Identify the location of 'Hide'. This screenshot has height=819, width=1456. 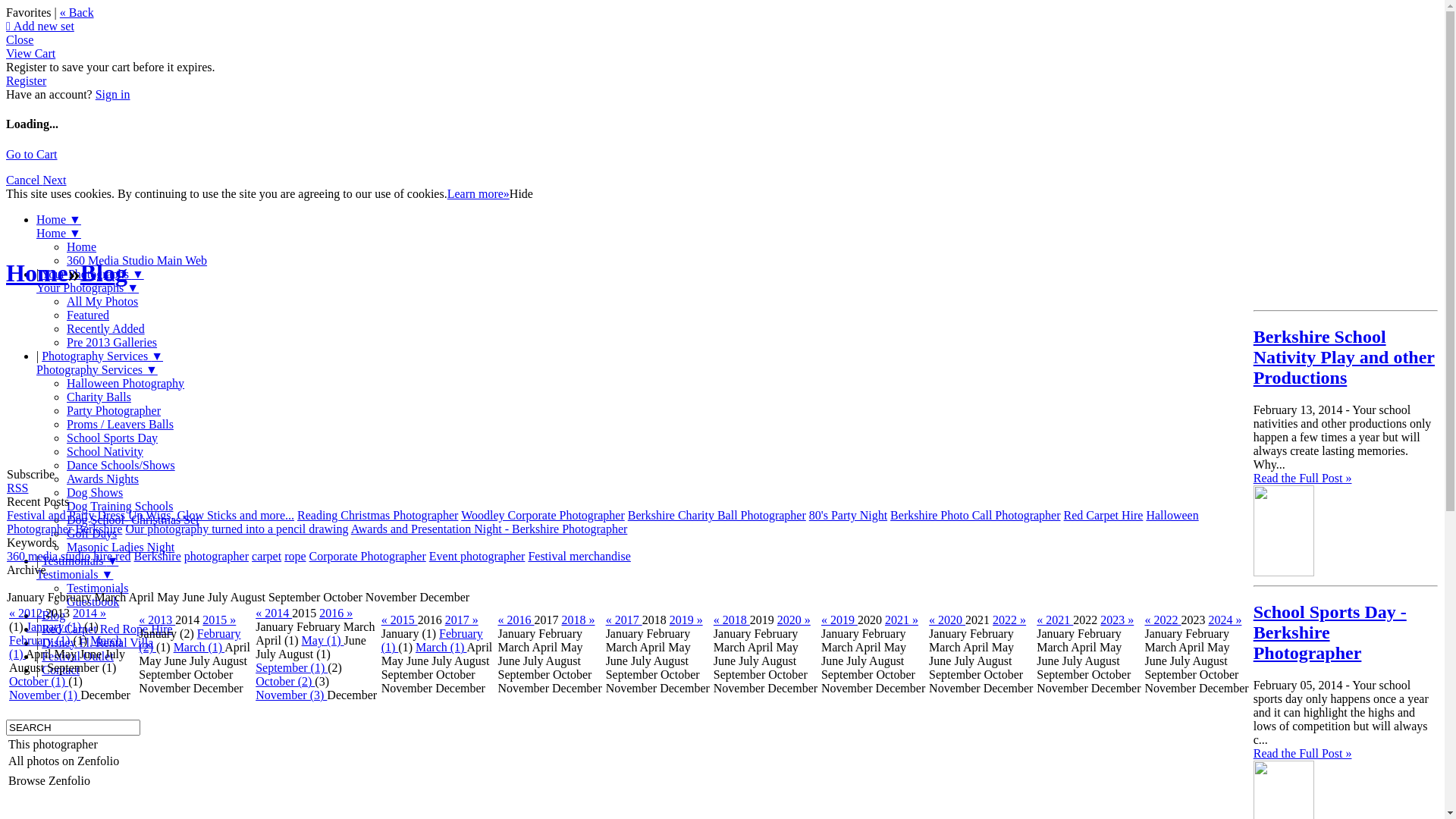
(521, 193).